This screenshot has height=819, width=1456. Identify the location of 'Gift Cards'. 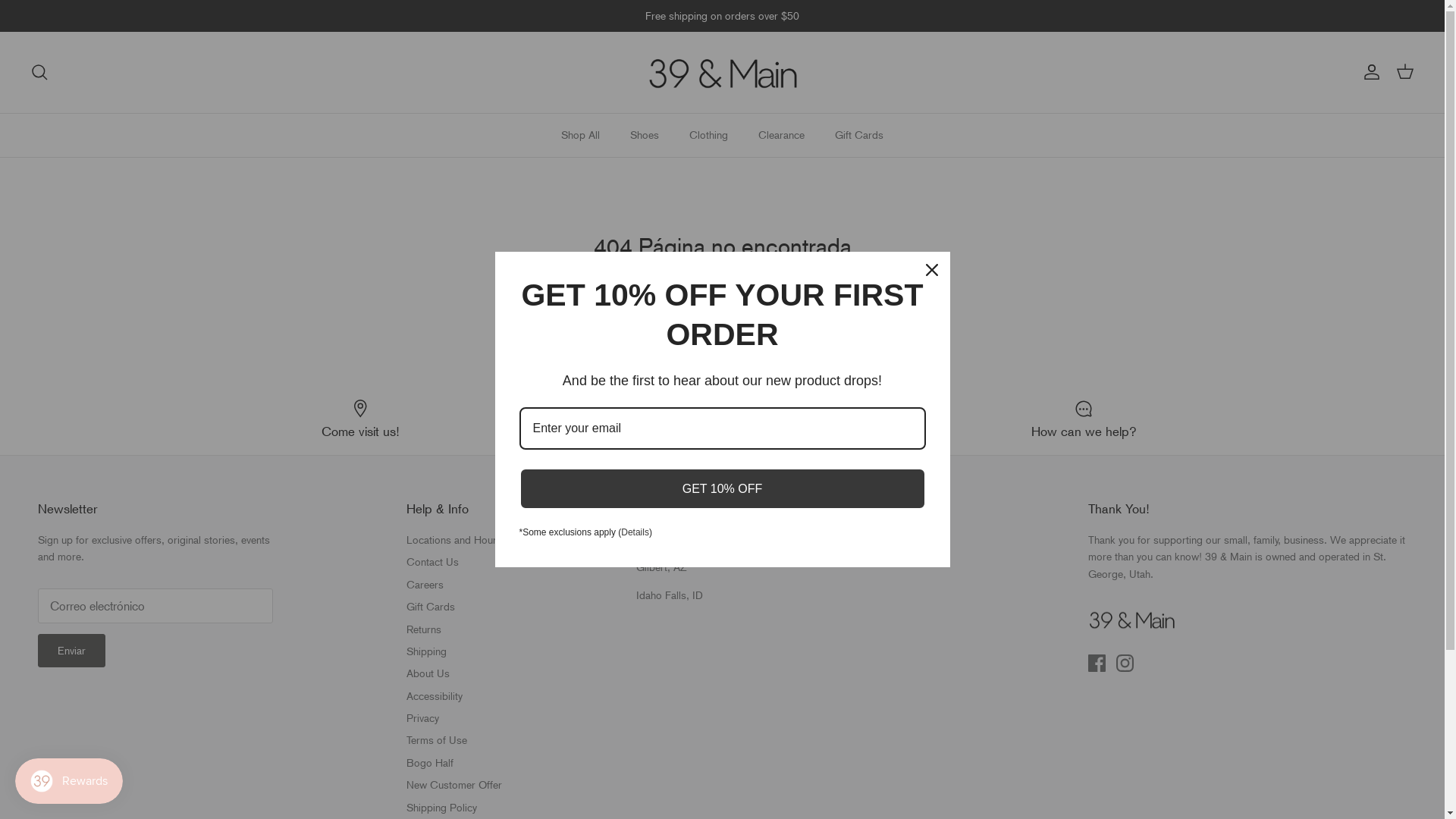
(821, 134).